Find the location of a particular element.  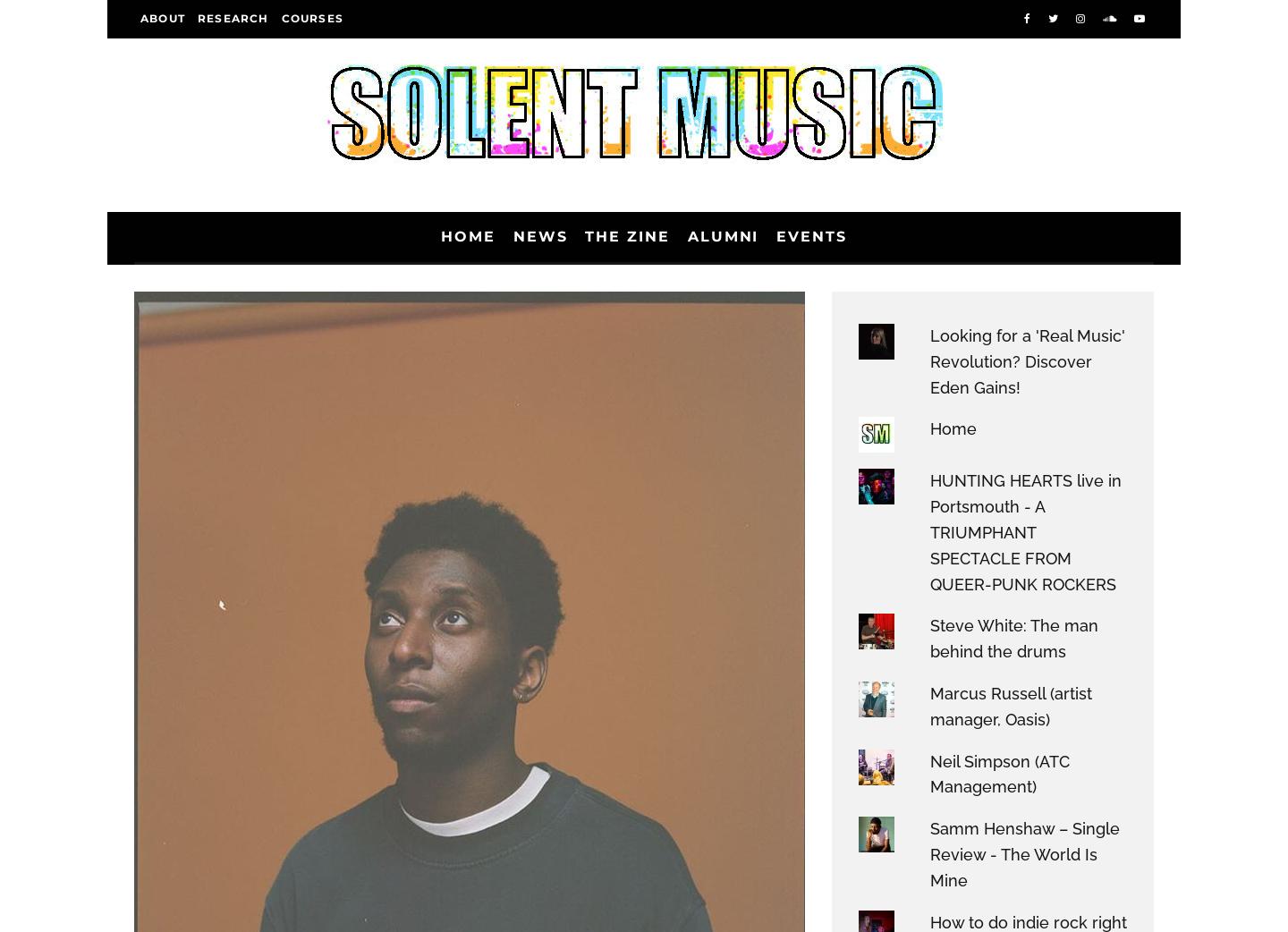

'SO:MUSIC CITY' is located at coordinates (208, 431).